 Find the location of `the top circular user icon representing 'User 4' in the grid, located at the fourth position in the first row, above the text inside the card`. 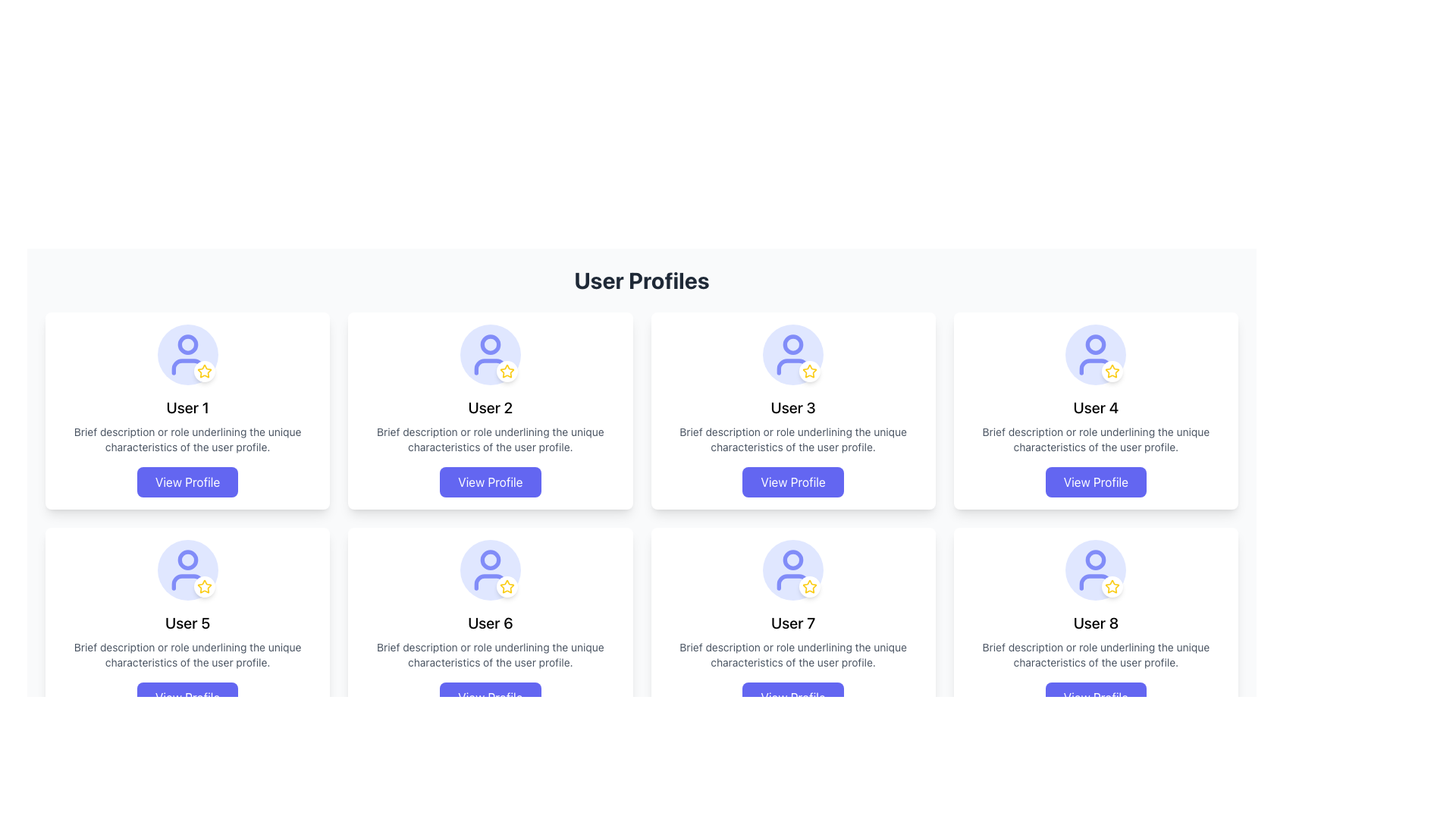

the top circular user icon representing 'User 4' in the grid, located at the fourth position in the first row, above the text inside the card is located at coordinates (1096, 354).